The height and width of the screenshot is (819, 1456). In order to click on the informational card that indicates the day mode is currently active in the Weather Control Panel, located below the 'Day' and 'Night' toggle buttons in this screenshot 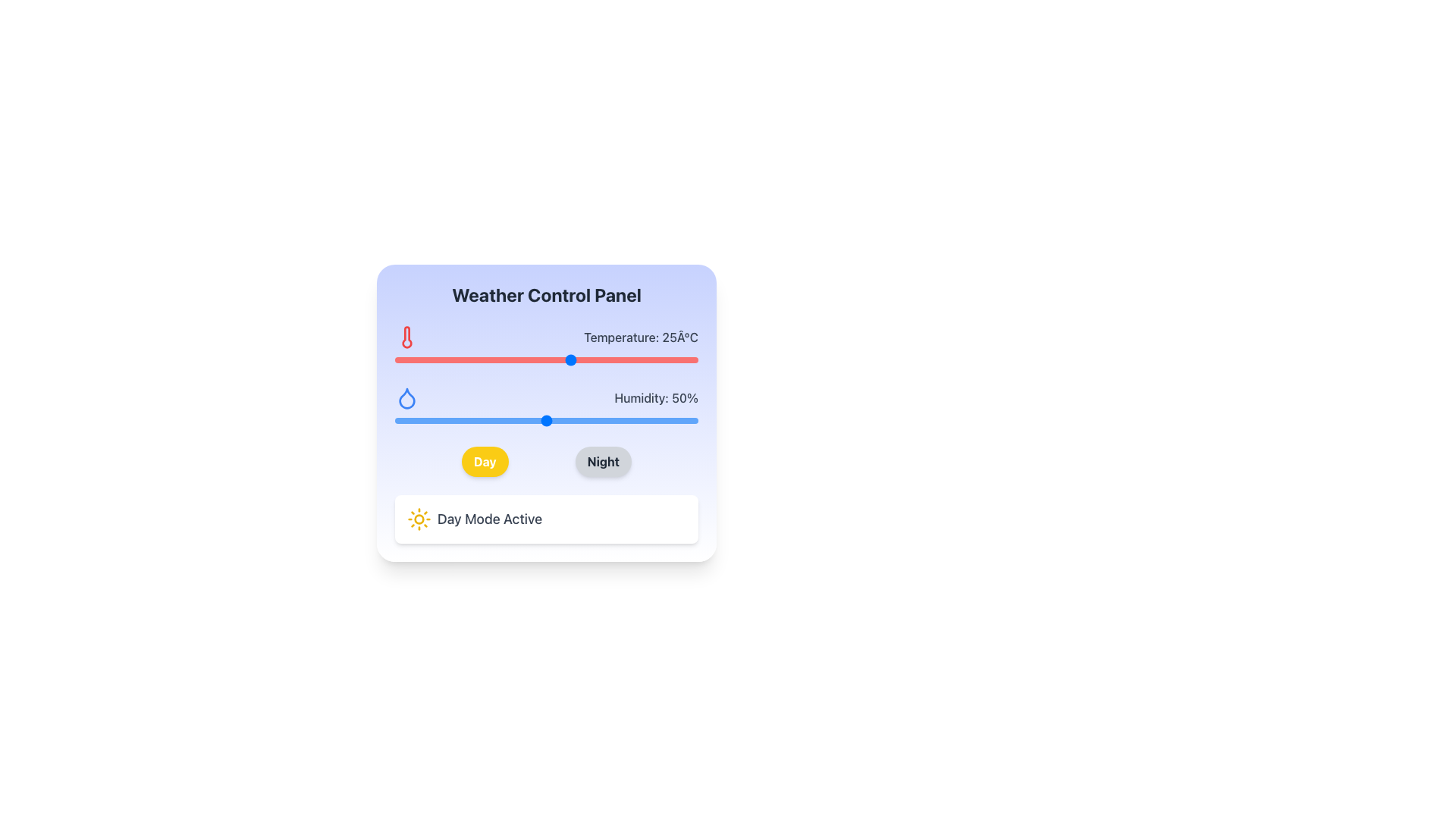, I will do `click(546, 519)`.